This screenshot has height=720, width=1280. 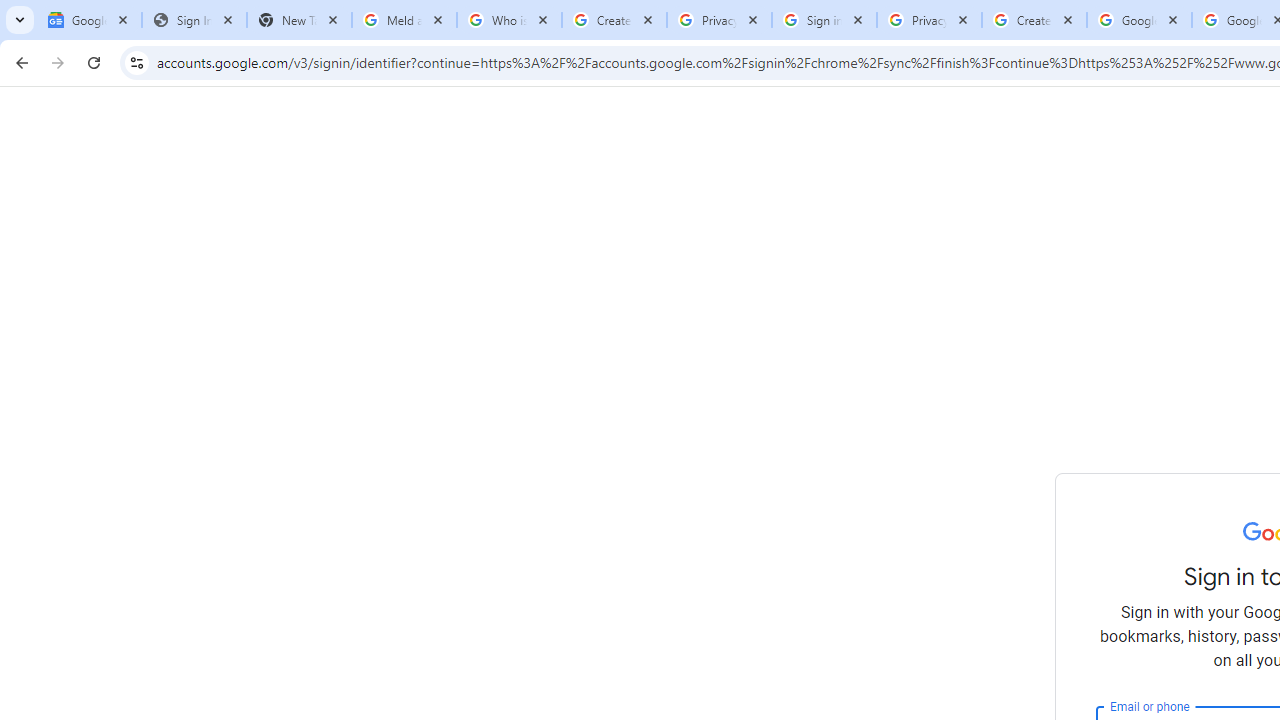 What do you see at coordinates (1034, 20) in the screenshot?
I see `'Create your Google Account'` at bounding box center [1034, 20].